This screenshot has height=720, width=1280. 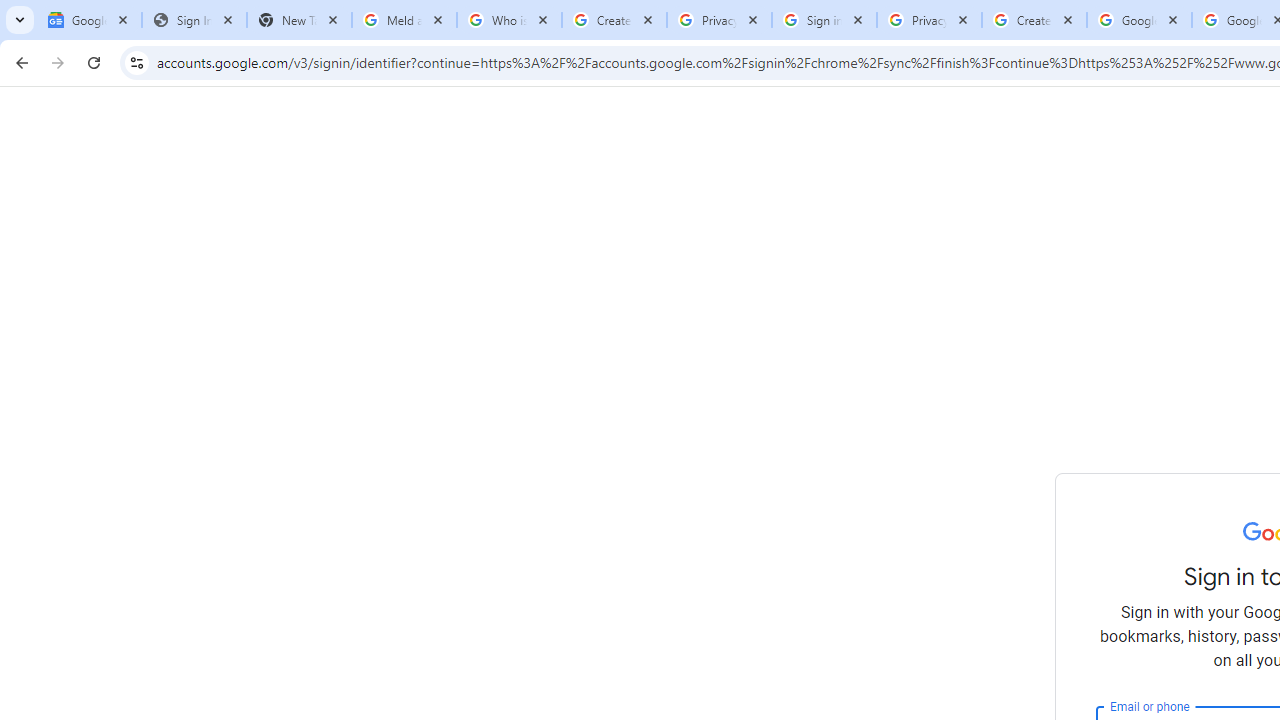 What do you see at coordinates (1034, 20) in the screenshot?
I see `'Create your Google Account'` at bounding box center [1034, 20].